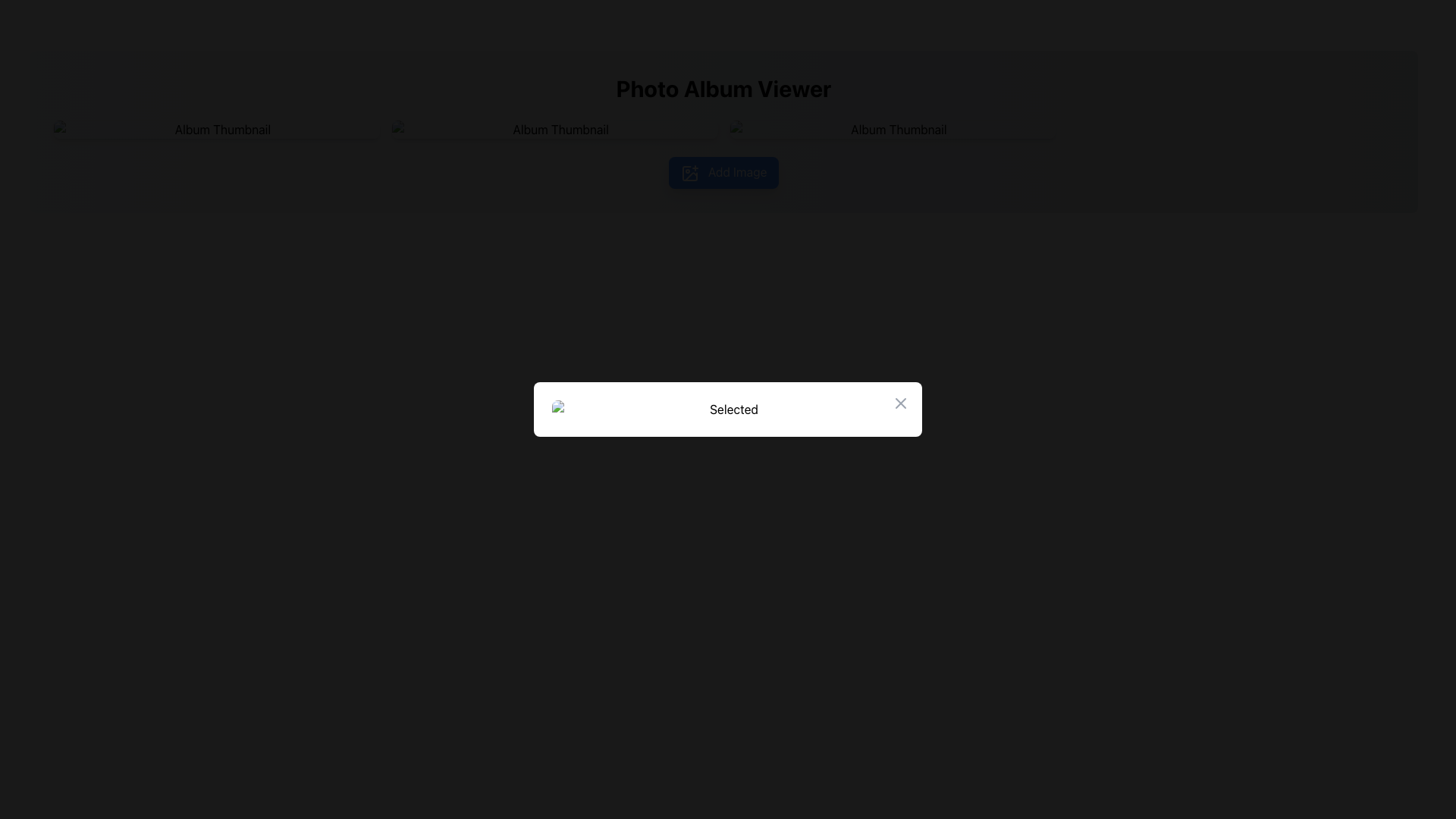 The height and width of the screenshot is (819, 1456). What do you see at coordinates (723, 88) in the screenshot?
I see `the text label or heading that indicates 'Photo Album Viewer', which is centrally positioned above the 'Add Image' button in the top section of the interface` at bounding box center [723, 88].